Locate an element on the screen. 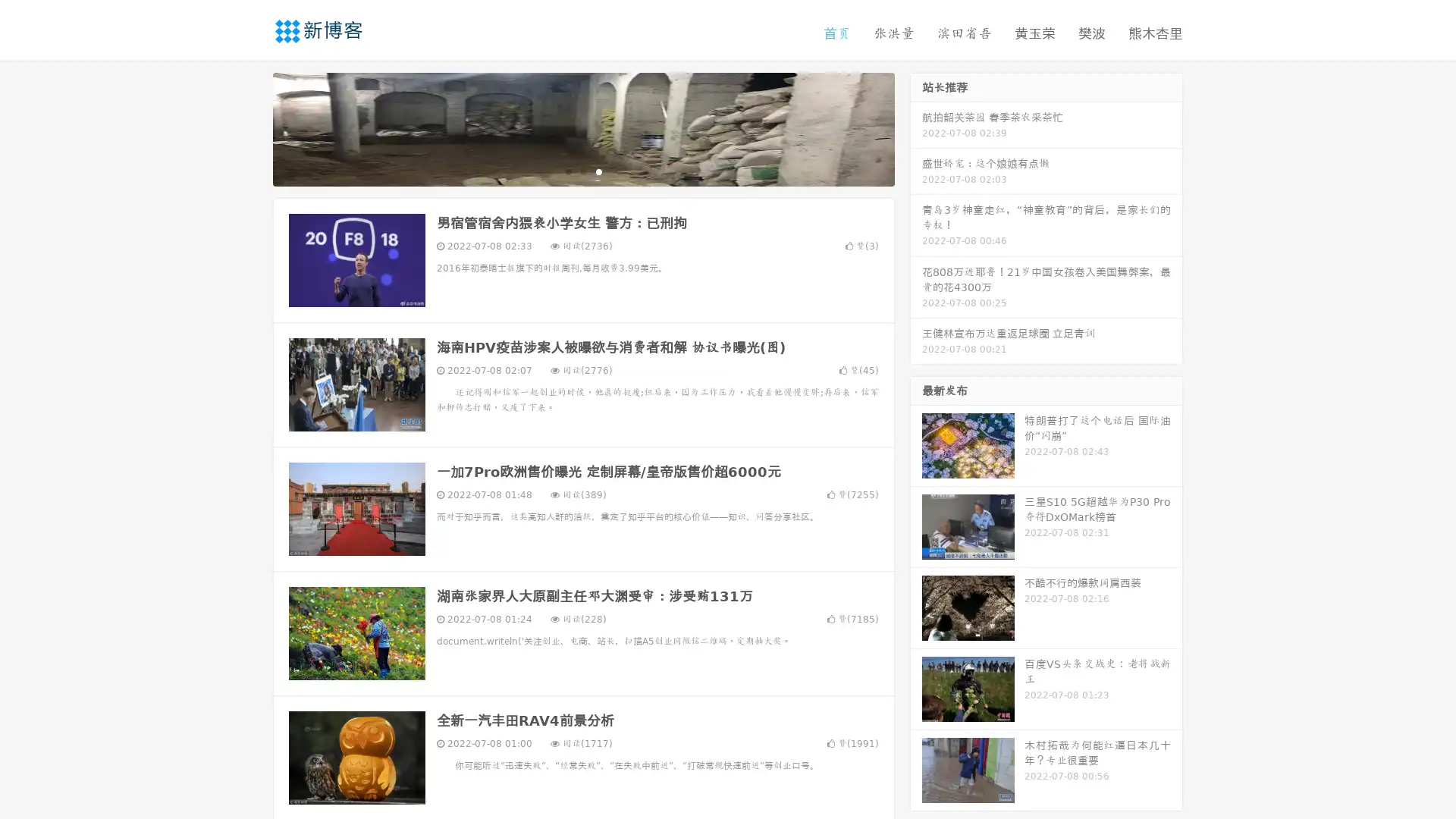 This screenshot has width=1456, height=819. Previous slide is located at coordinates (250, 127).